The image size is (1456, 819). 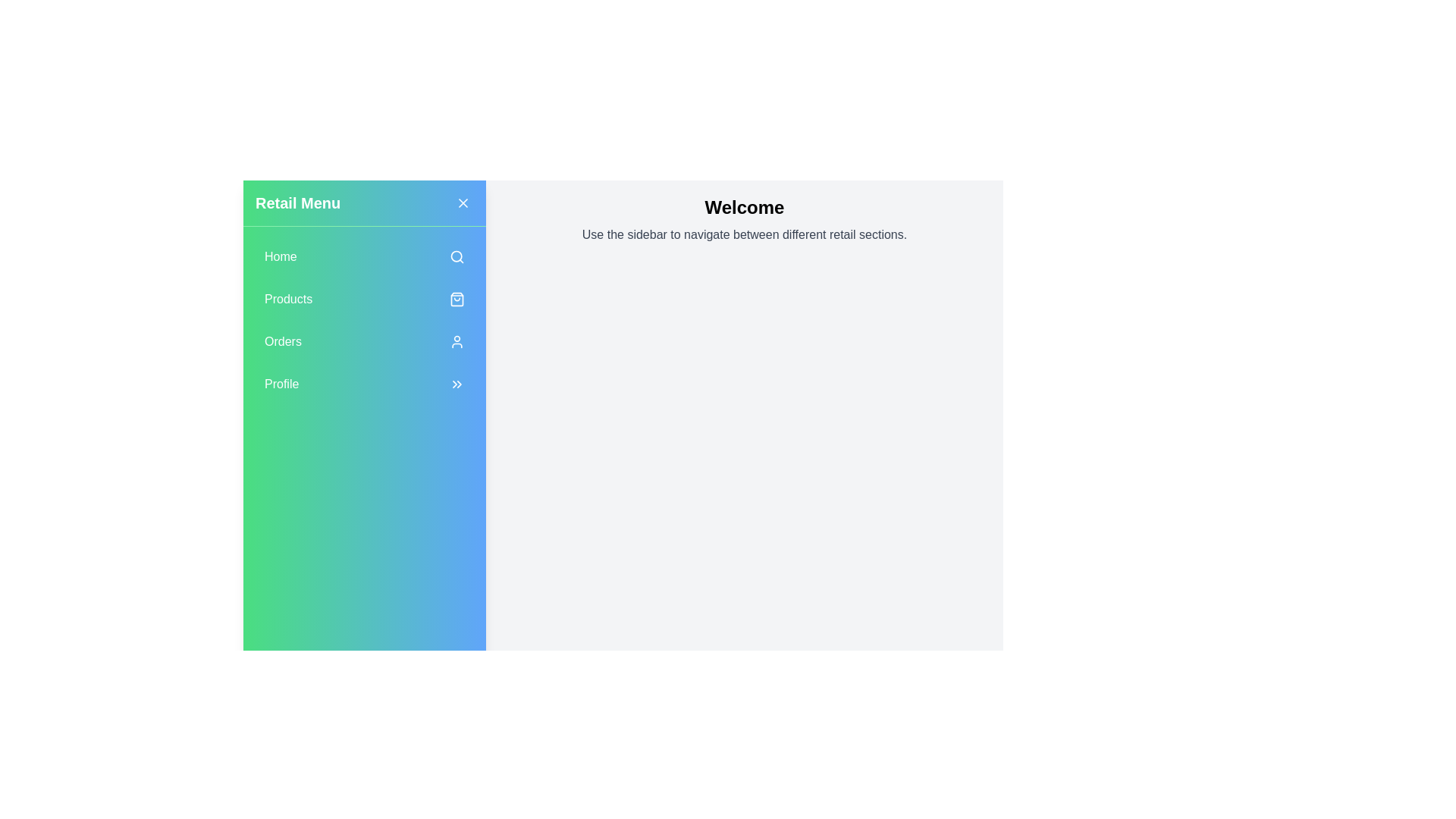 What do you see at coordinates (364, 383) in the screenshot?
I see `the 'Profile' button located in the sidebar navigation menu` at bounding box center [364, 383].